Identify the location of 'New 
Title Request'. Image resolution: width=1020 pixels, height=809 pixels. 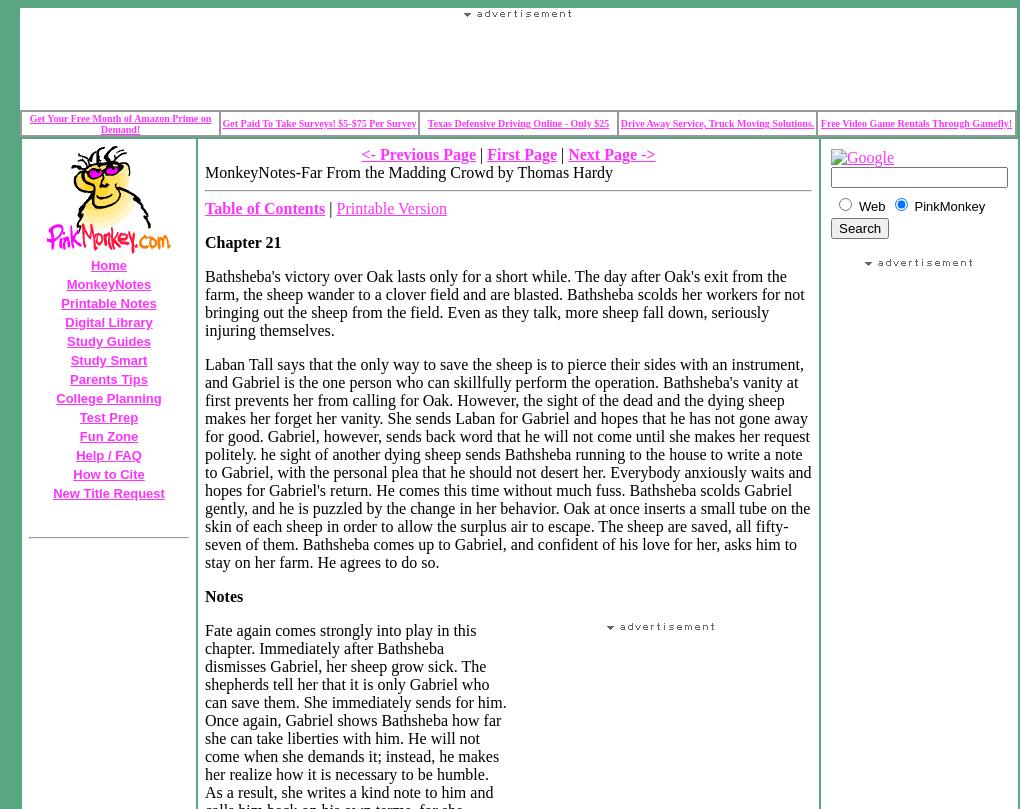
(107, 492).